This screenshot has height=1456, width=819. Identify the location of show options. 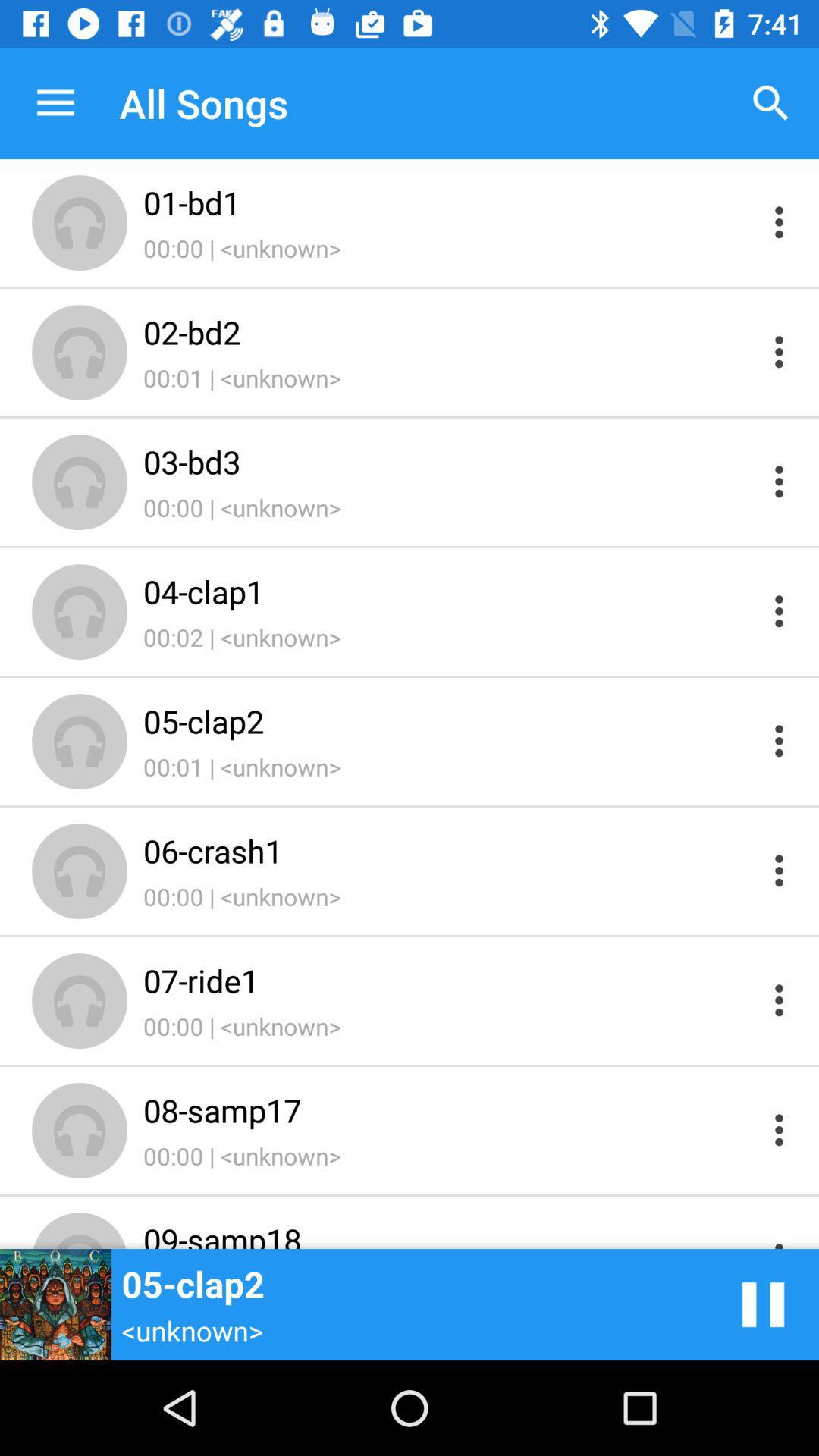
(779, 1130).